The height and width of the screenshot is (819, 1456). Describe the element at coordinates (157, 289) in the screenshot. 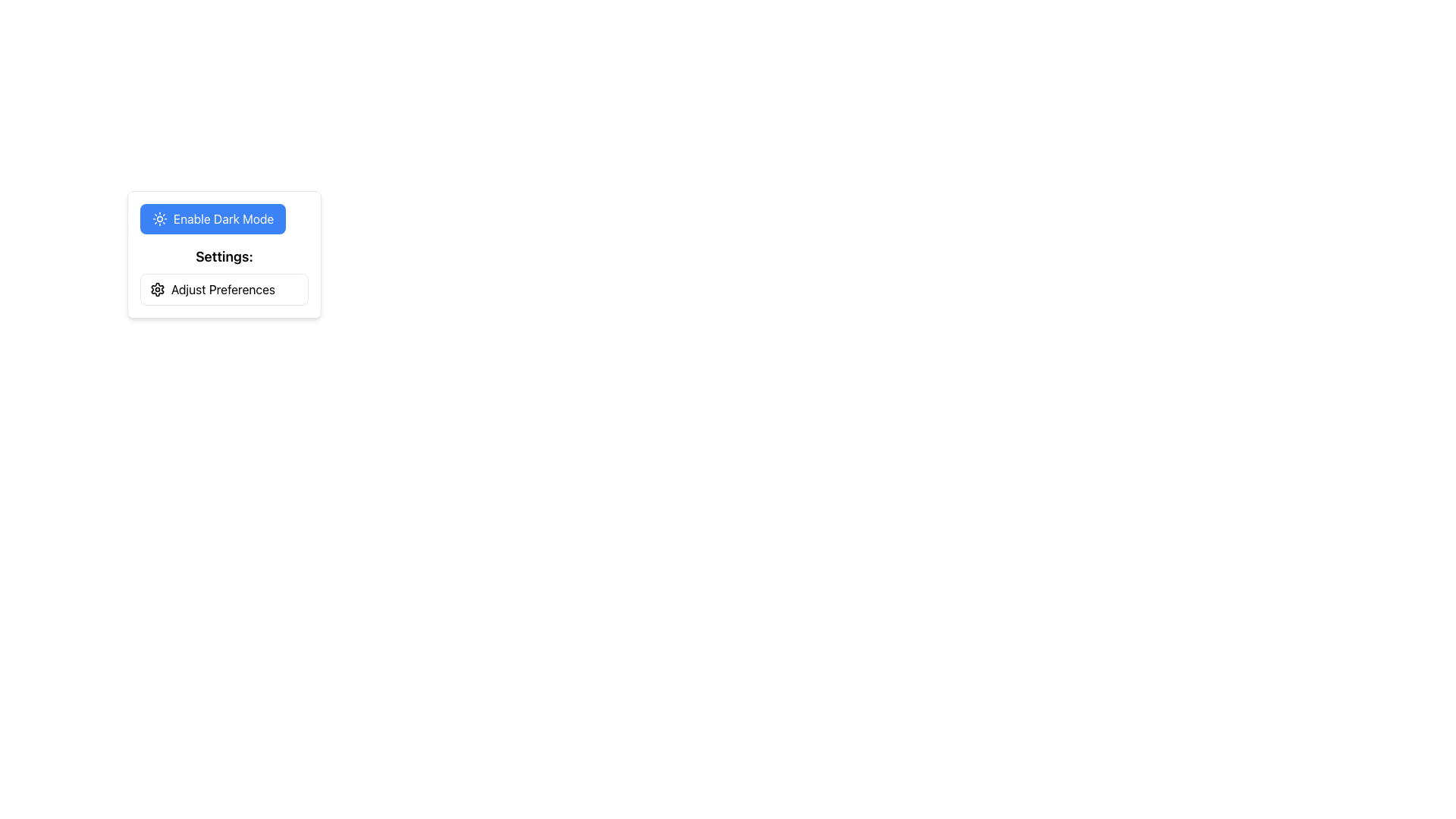

I see `the circular settings gear icon located to the left of the text 'Adjust Preferences'` at that location.